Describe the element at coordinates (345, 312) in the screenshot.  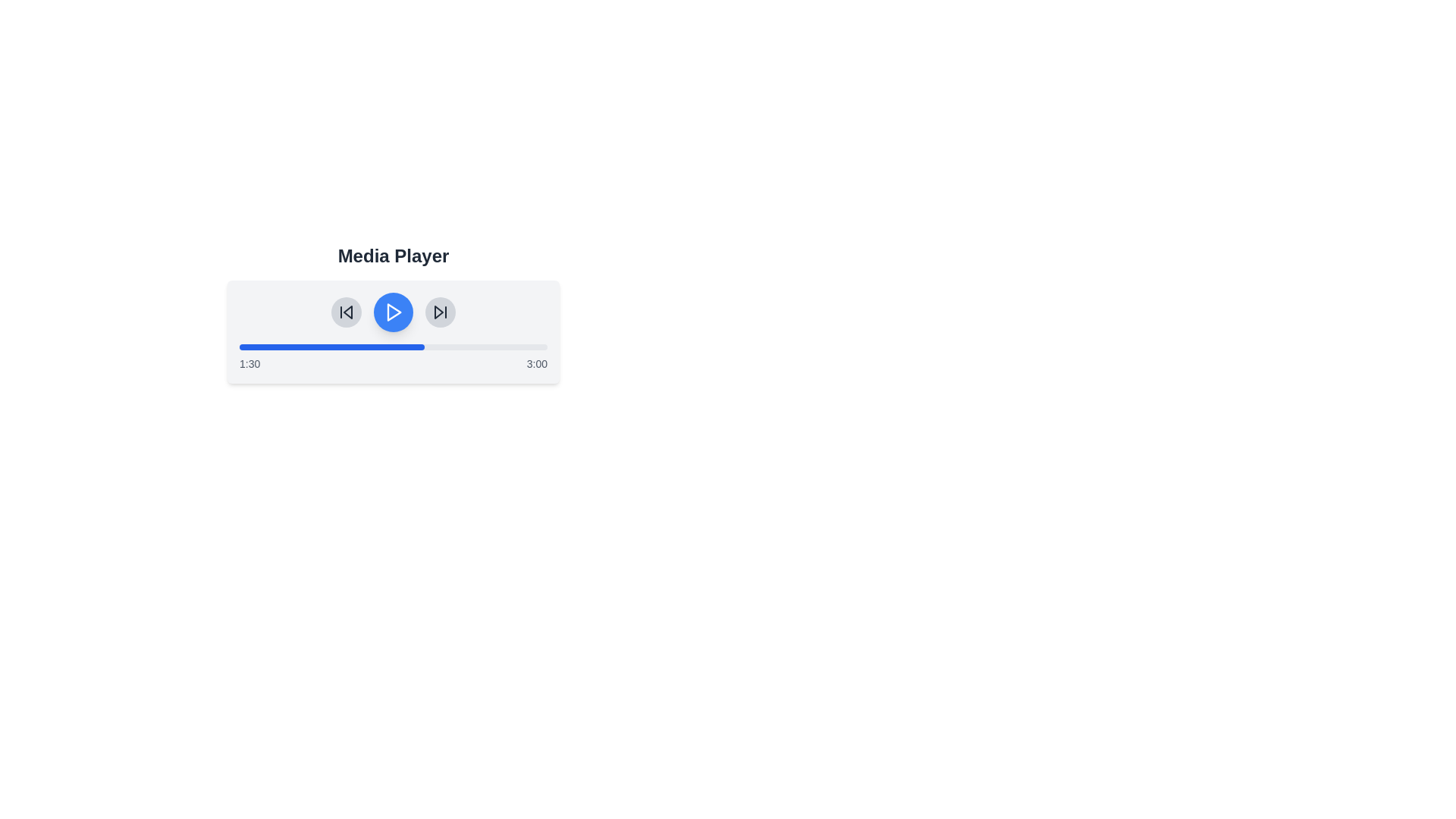
I see `the skip backward icon button located in the top-left area of the media control section to skip backward in the media playback` at that location.